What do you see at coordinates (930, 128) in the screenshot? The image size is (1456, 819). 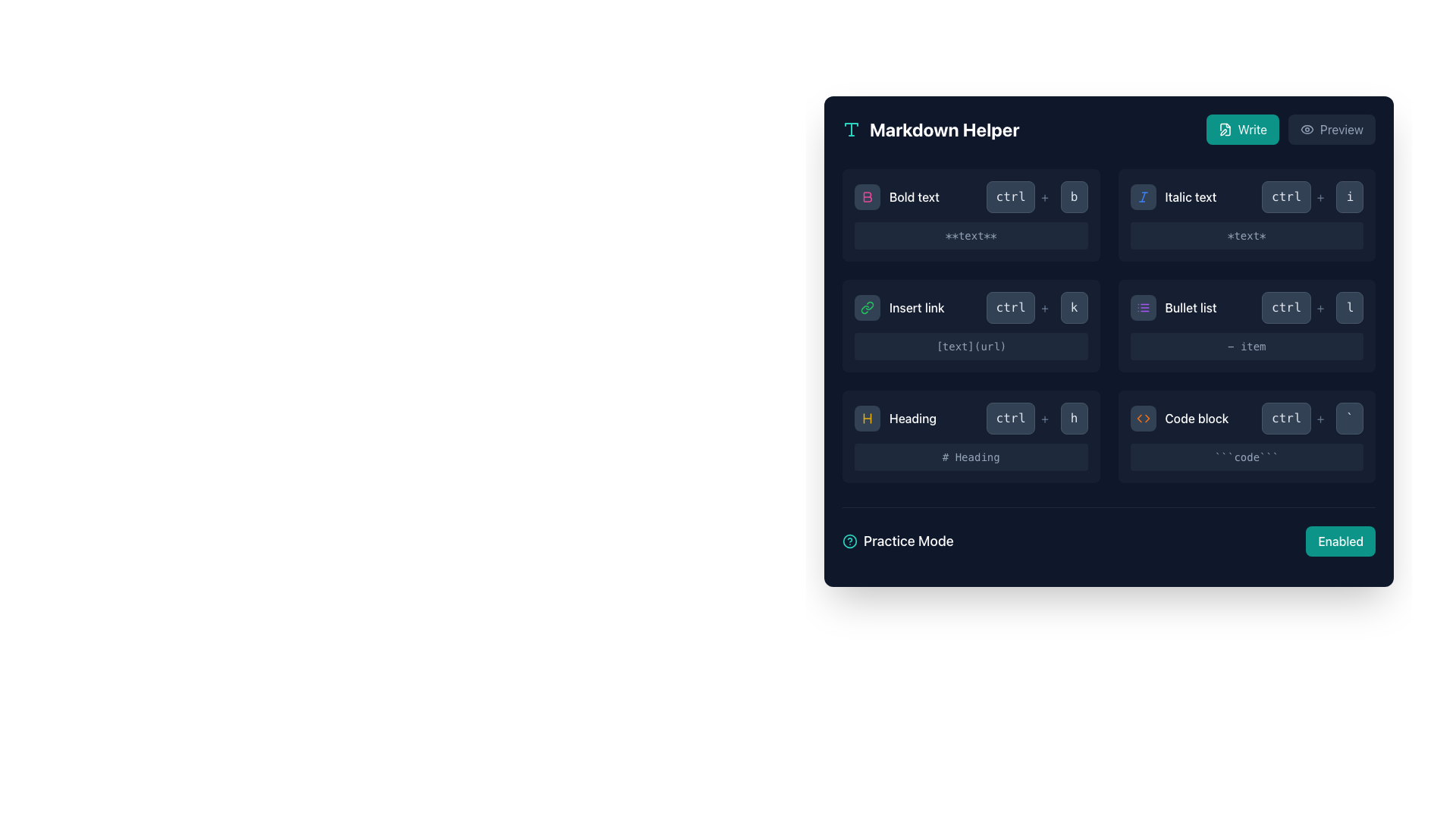 I see `the 'Markdown Helper' static label, which is a prominently styled header text in bold white with a teal 'T' icon on its left, located at the top-left of the user interface` at bounding box center [930, 128].